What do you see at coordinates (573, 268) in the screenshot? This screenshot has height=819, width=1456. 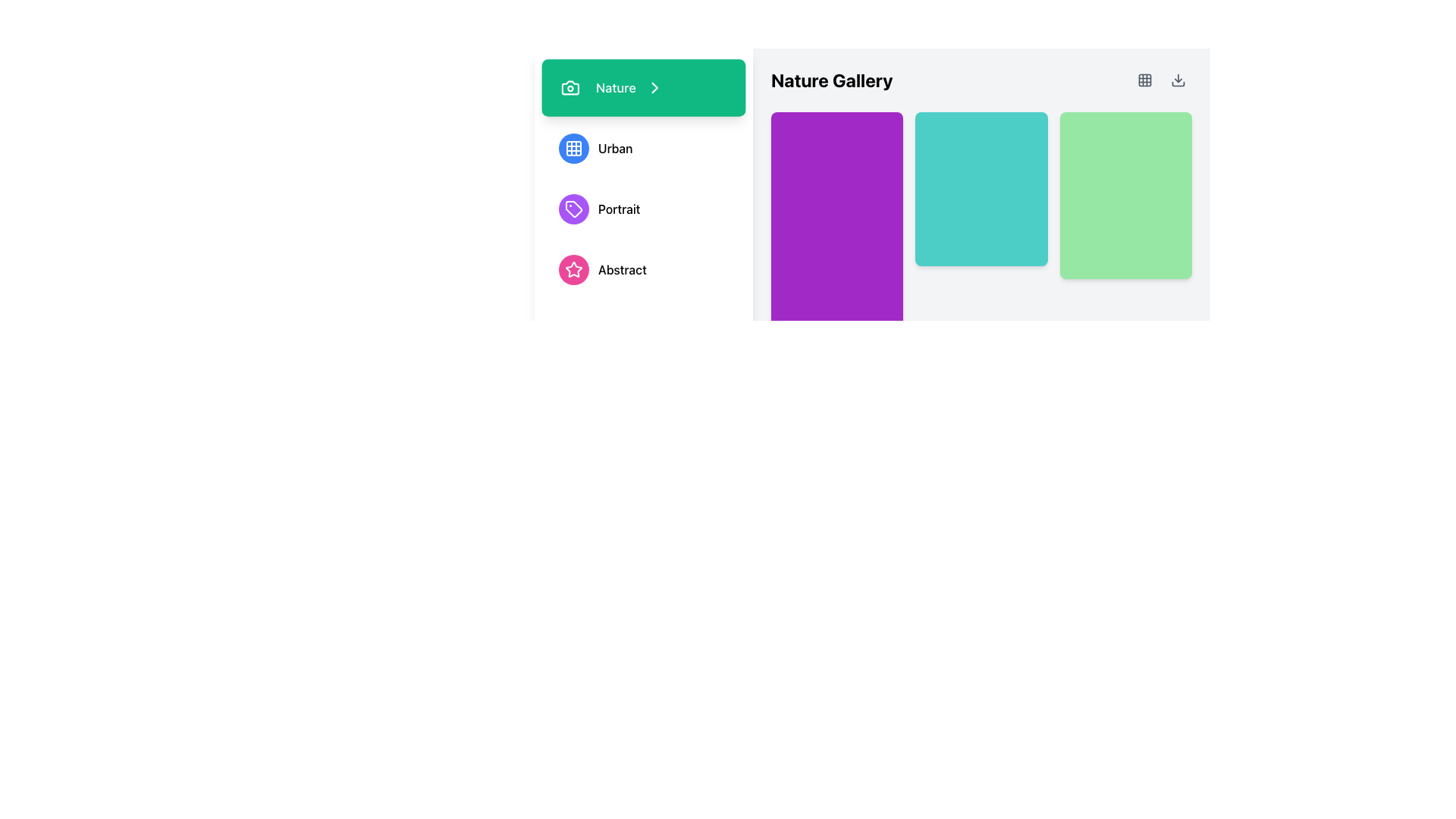 I see `the Icon button representing the 'Abstract' category, located in the left sidebar next to the text 'Abstract.'` at bounding box center [573, 268].